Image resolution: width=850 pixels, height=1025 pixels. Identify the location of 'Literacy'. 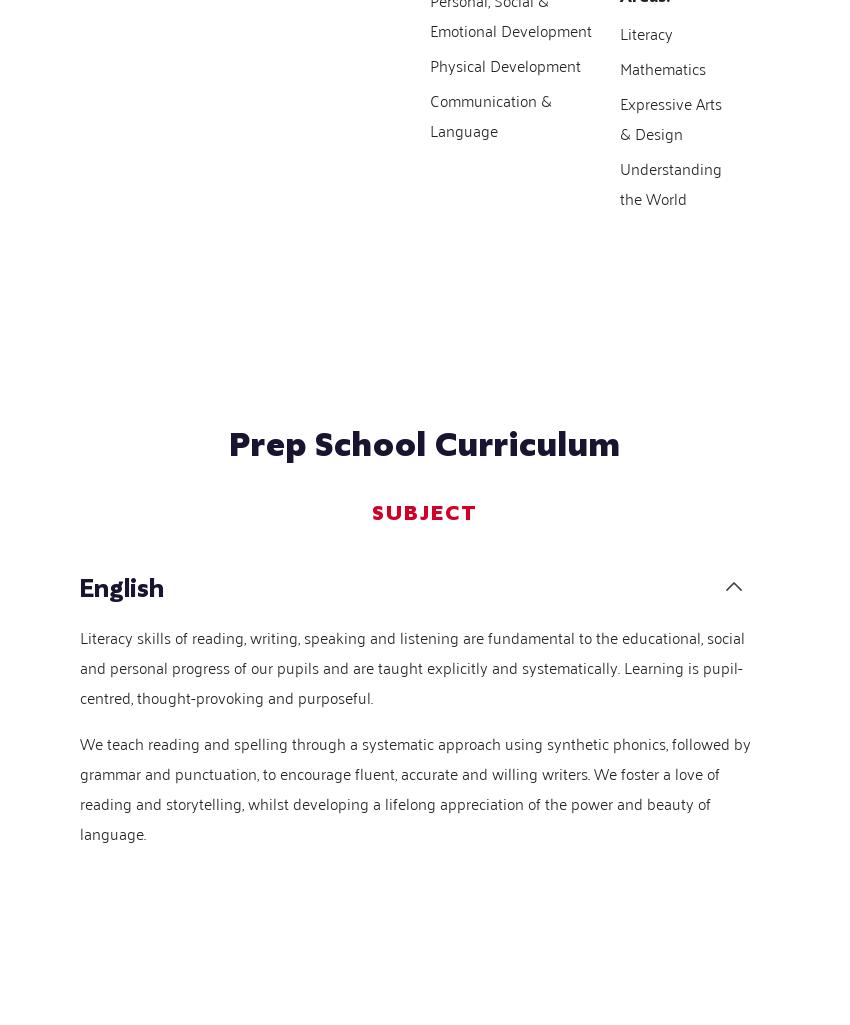
(618, 31).